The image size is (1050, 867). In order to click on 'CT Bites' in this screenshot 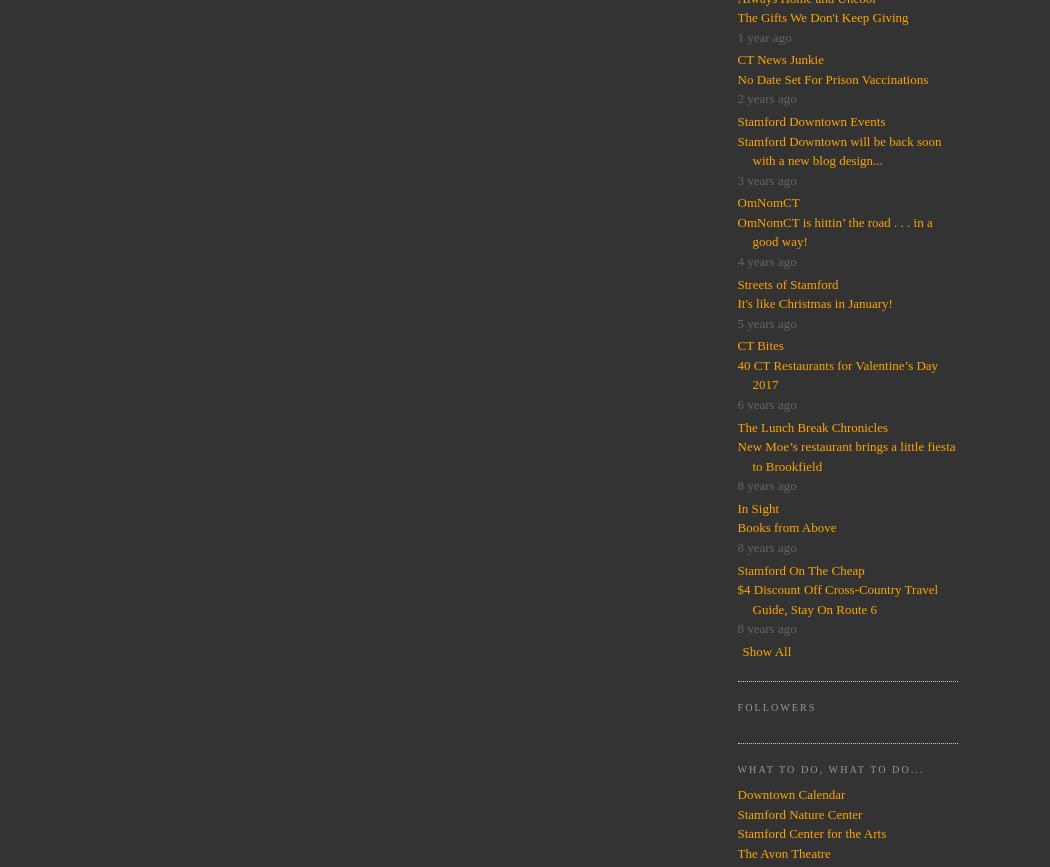, I will do `click(759, 345)`.